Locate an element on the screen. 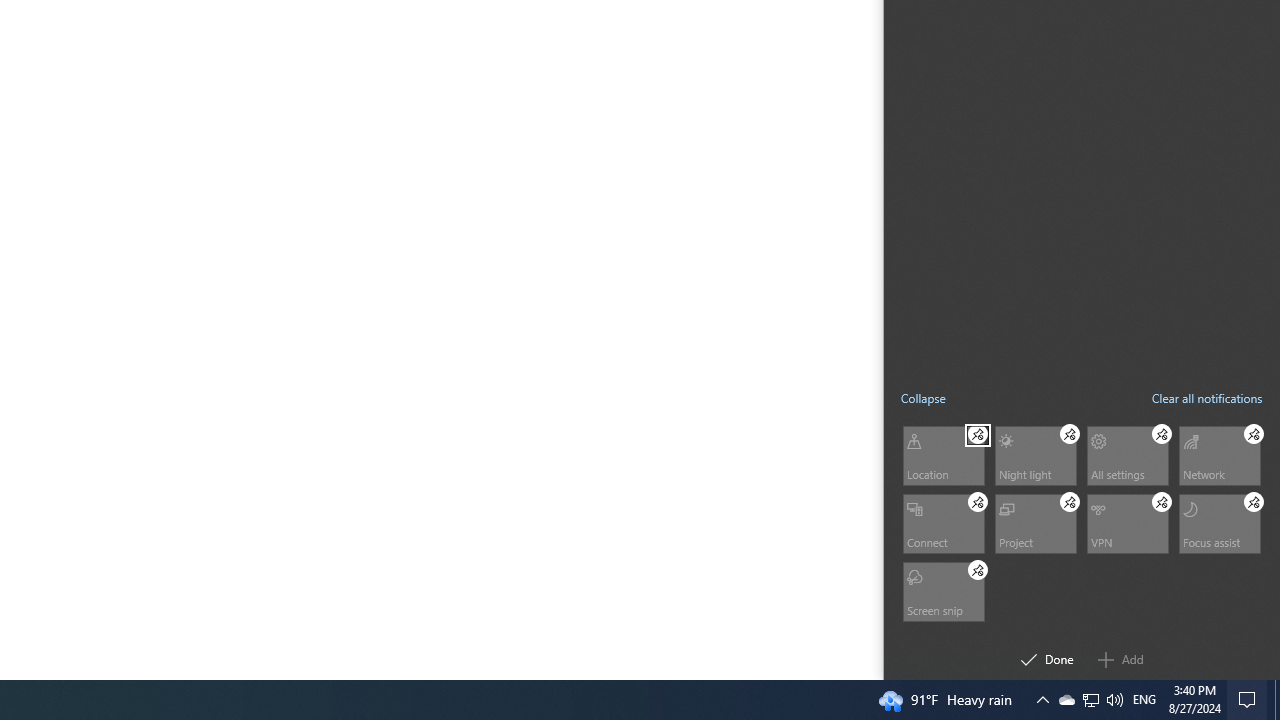  'VPN' is located at coordinates (1127, 522).